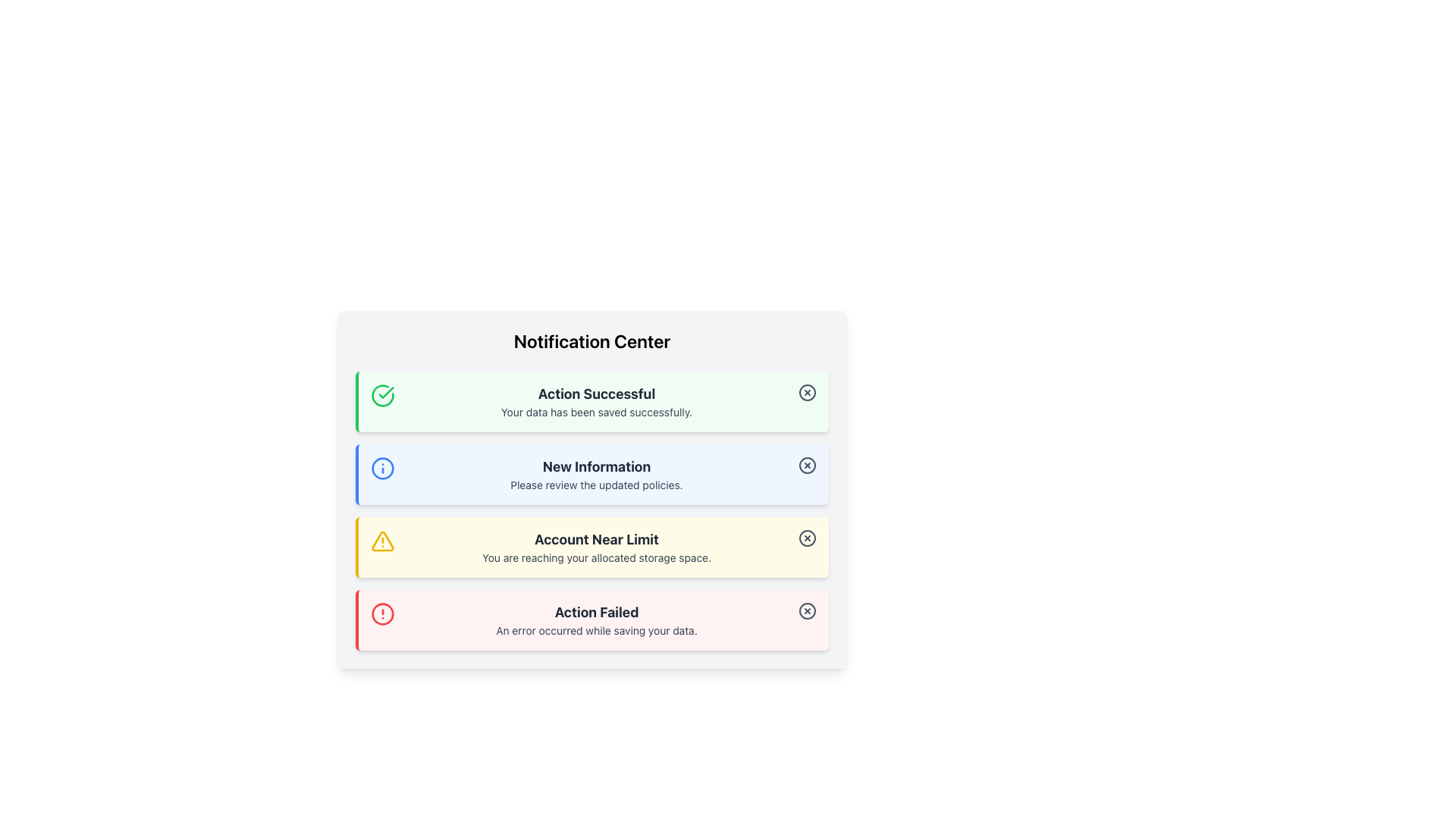 This screenshot has width=1456, height=819. Describe the element at coordinates (382, 614) in the screenshot. I see `the SVG graphic icon indicating an error or alert associated with the 'Action Failed' notification in the notification center interface` at that location.